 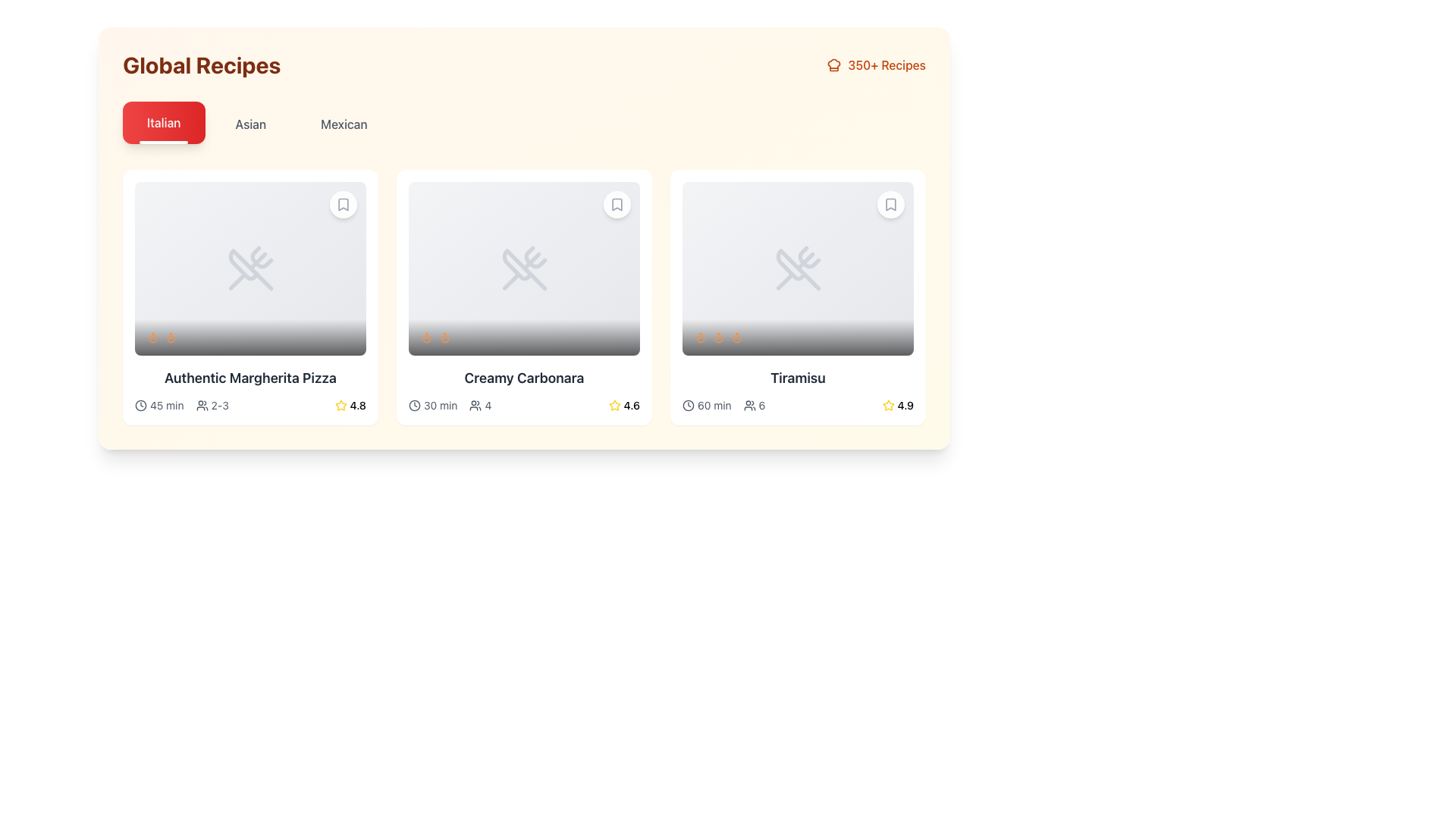 I want to click on the Decorative icon in the 'Authentic Margherita Pizza' card within the 'Italian' section of the 'Global Recipes' interface, so click(x=250, y=268).